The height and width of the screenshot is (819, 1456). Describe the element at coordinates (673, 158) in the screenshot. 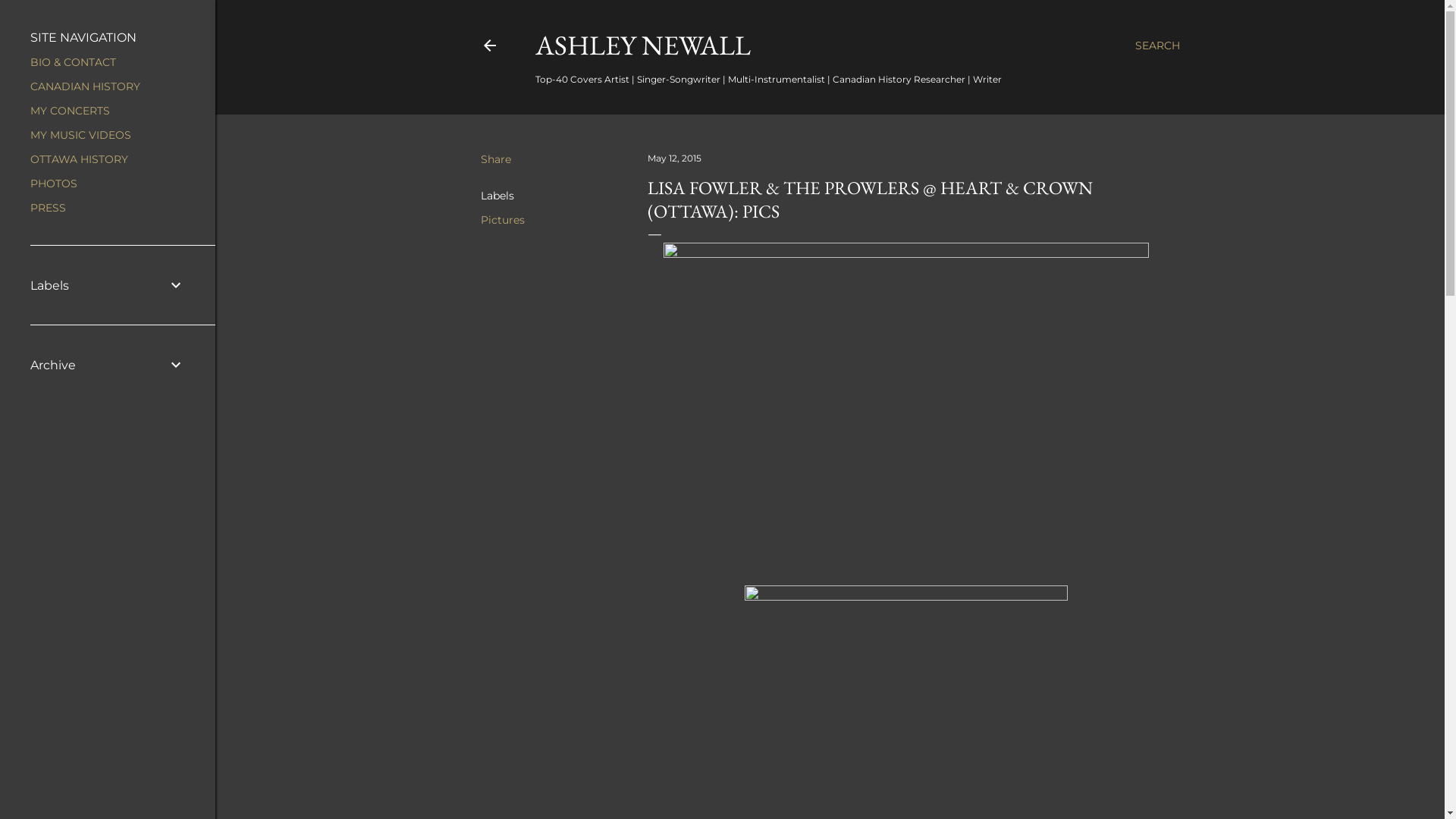

I see `'May 12, 2015'` at that location.